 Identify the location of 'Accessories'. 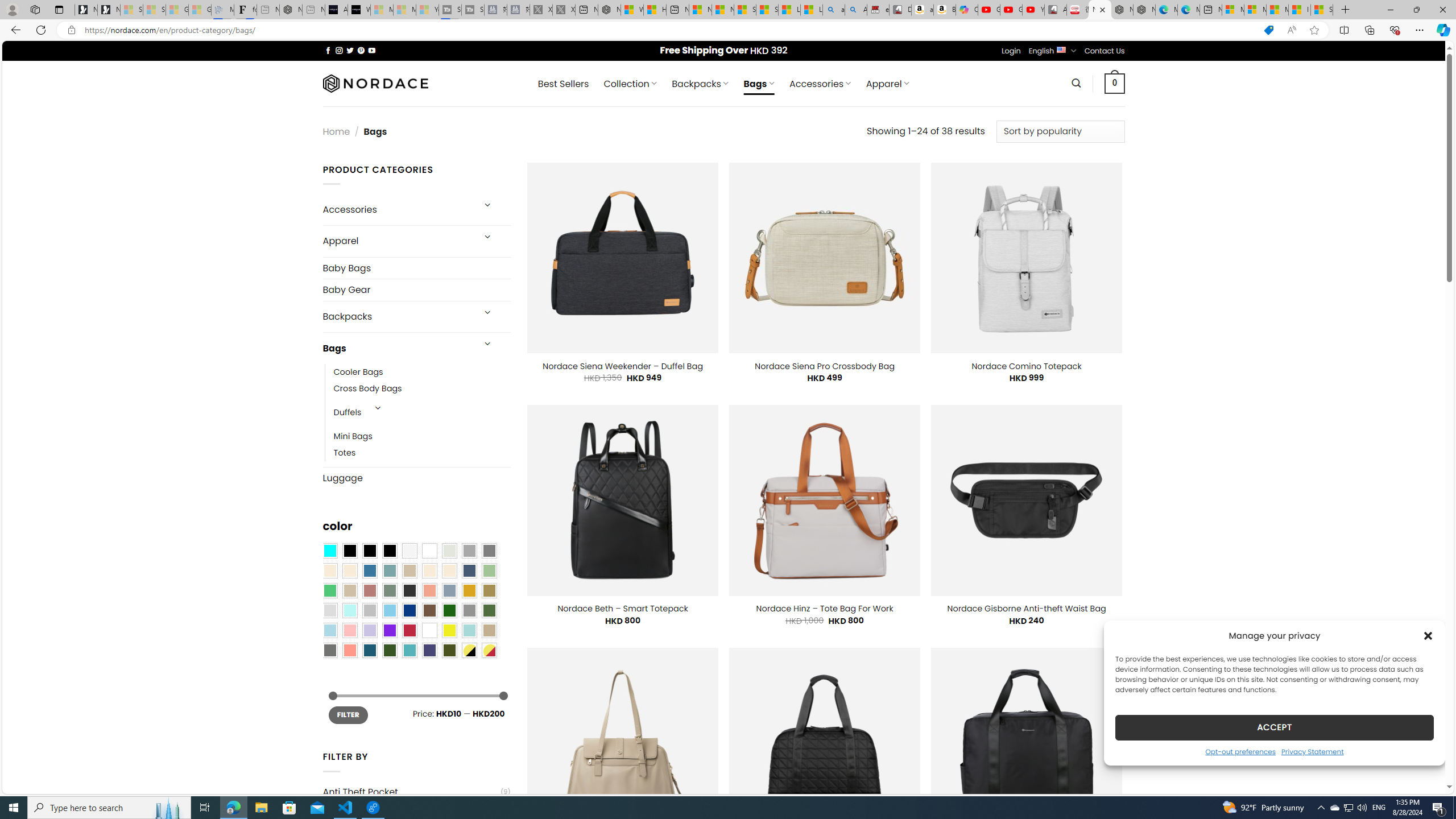
(396, 209).